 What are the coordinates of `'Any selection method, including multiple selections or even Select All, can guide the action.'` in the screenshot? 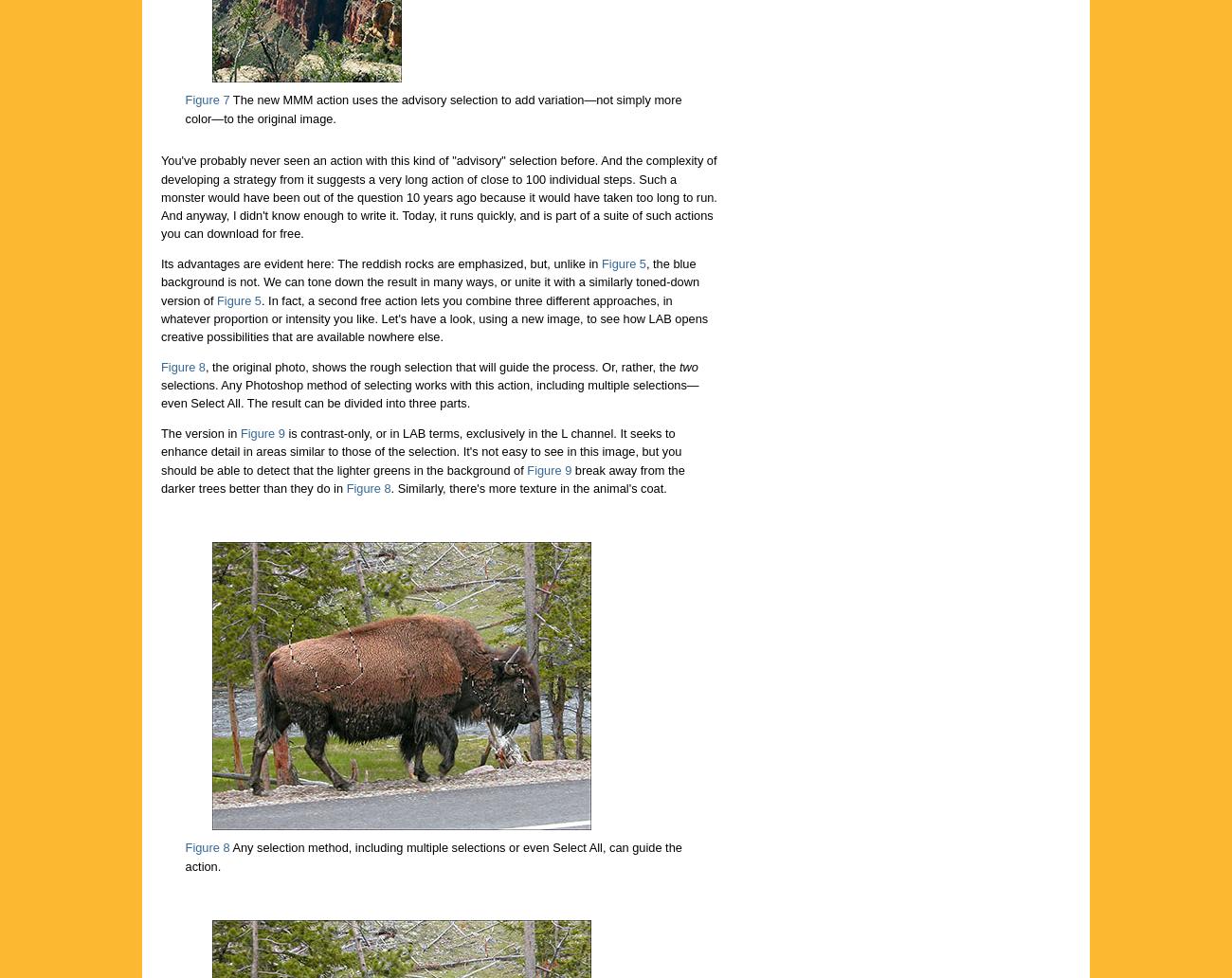 It's located at (185, 856).